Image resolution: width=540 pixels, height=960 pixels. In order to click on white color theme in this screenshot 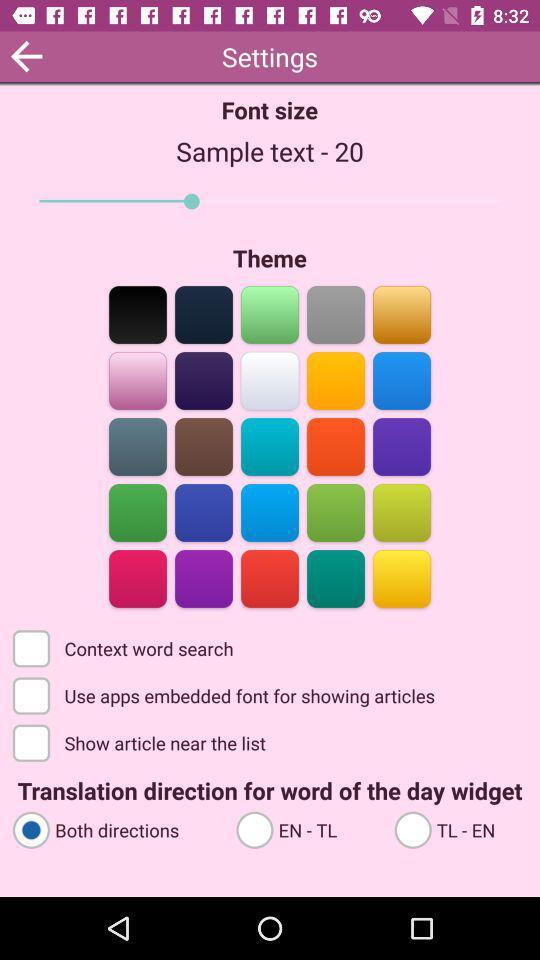, I will do `click(270, 378)`.